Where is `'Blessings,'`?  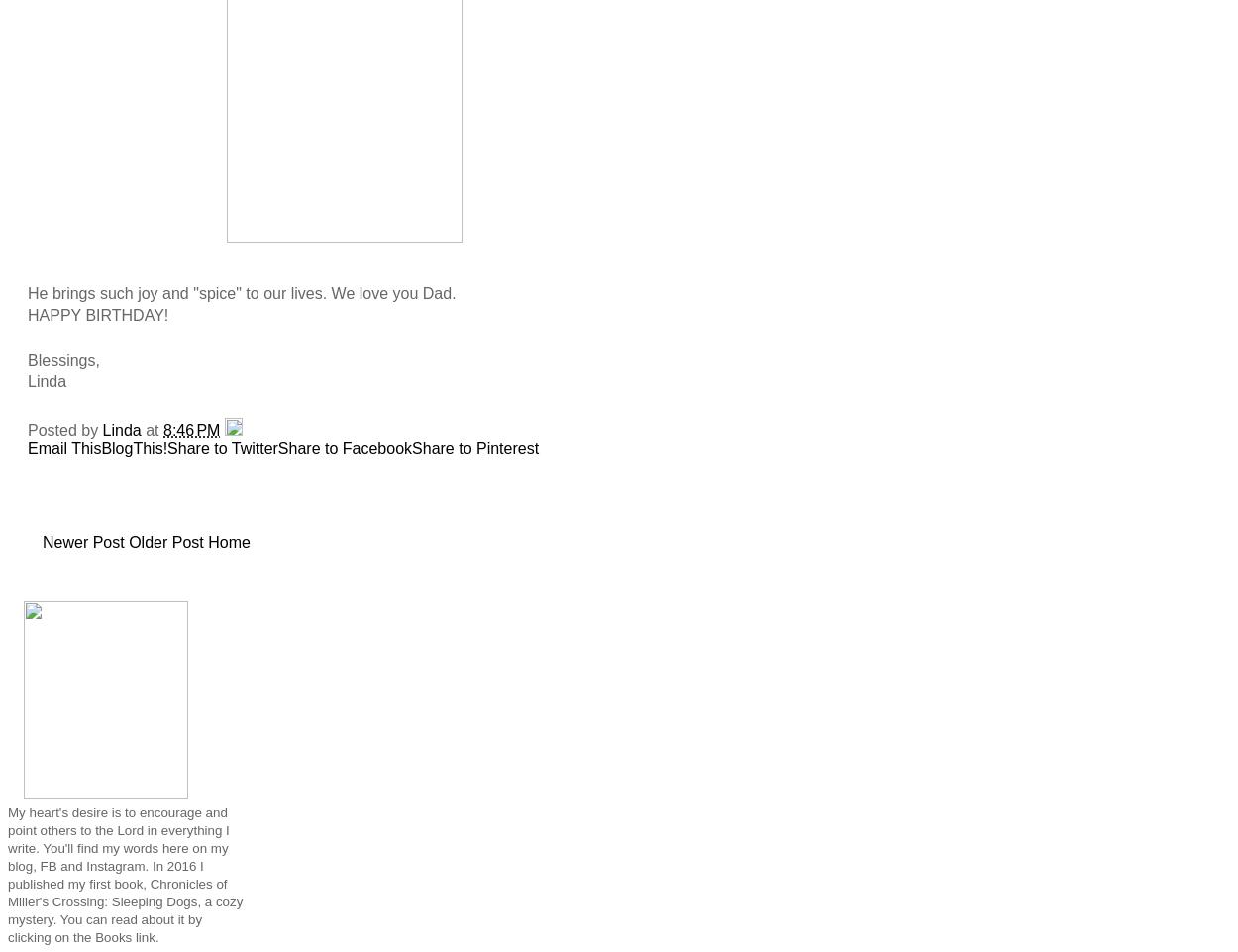
'Blessings,' is located at coordinates (62, 358).